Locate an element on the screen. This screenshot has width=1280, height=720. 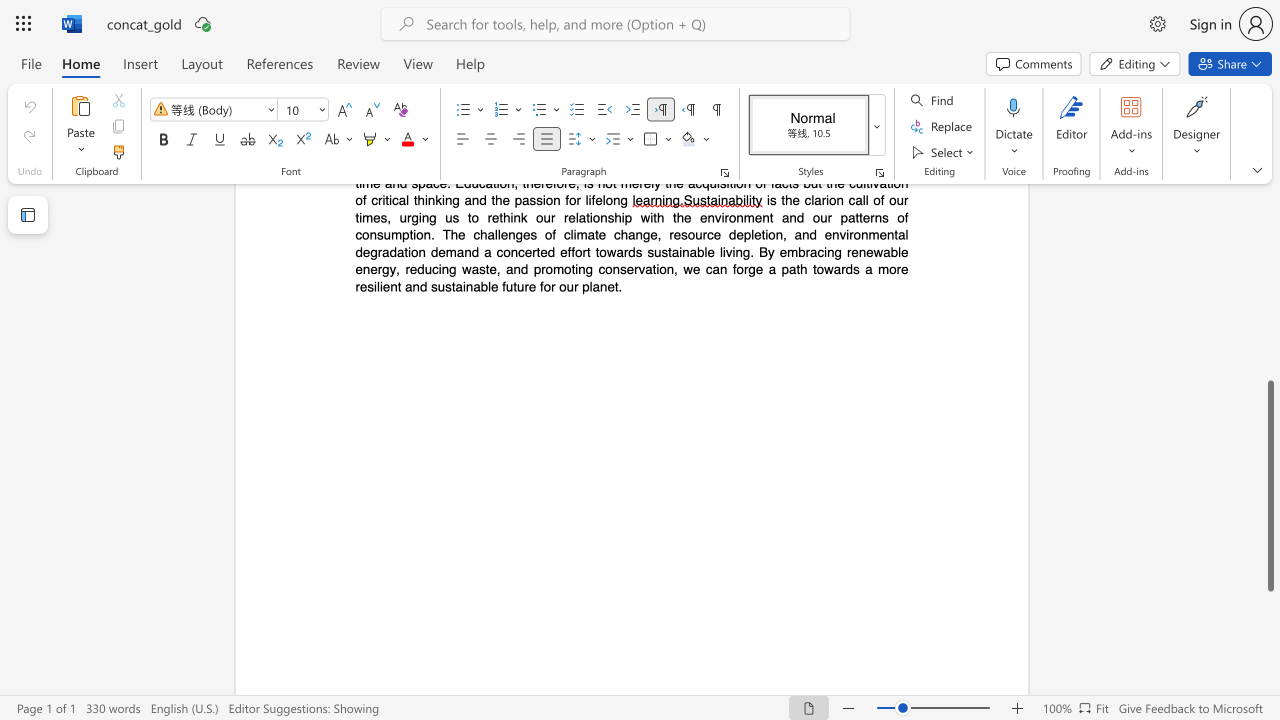
the scrollbar and move down 200 pixels is located at coordinates (1269, 486).